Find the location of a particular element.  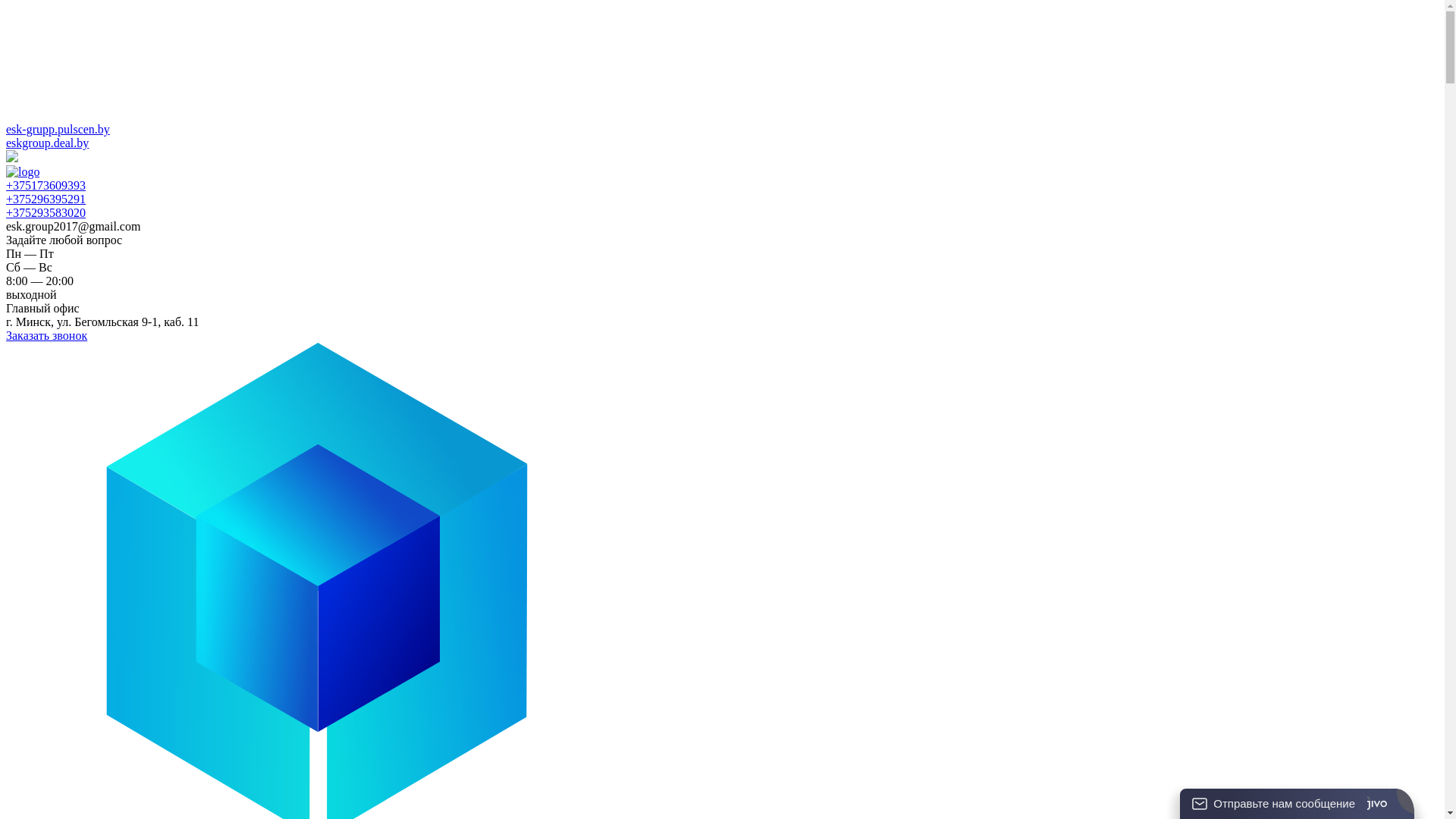

'+375293583020' is located at coordinates (45, 212).